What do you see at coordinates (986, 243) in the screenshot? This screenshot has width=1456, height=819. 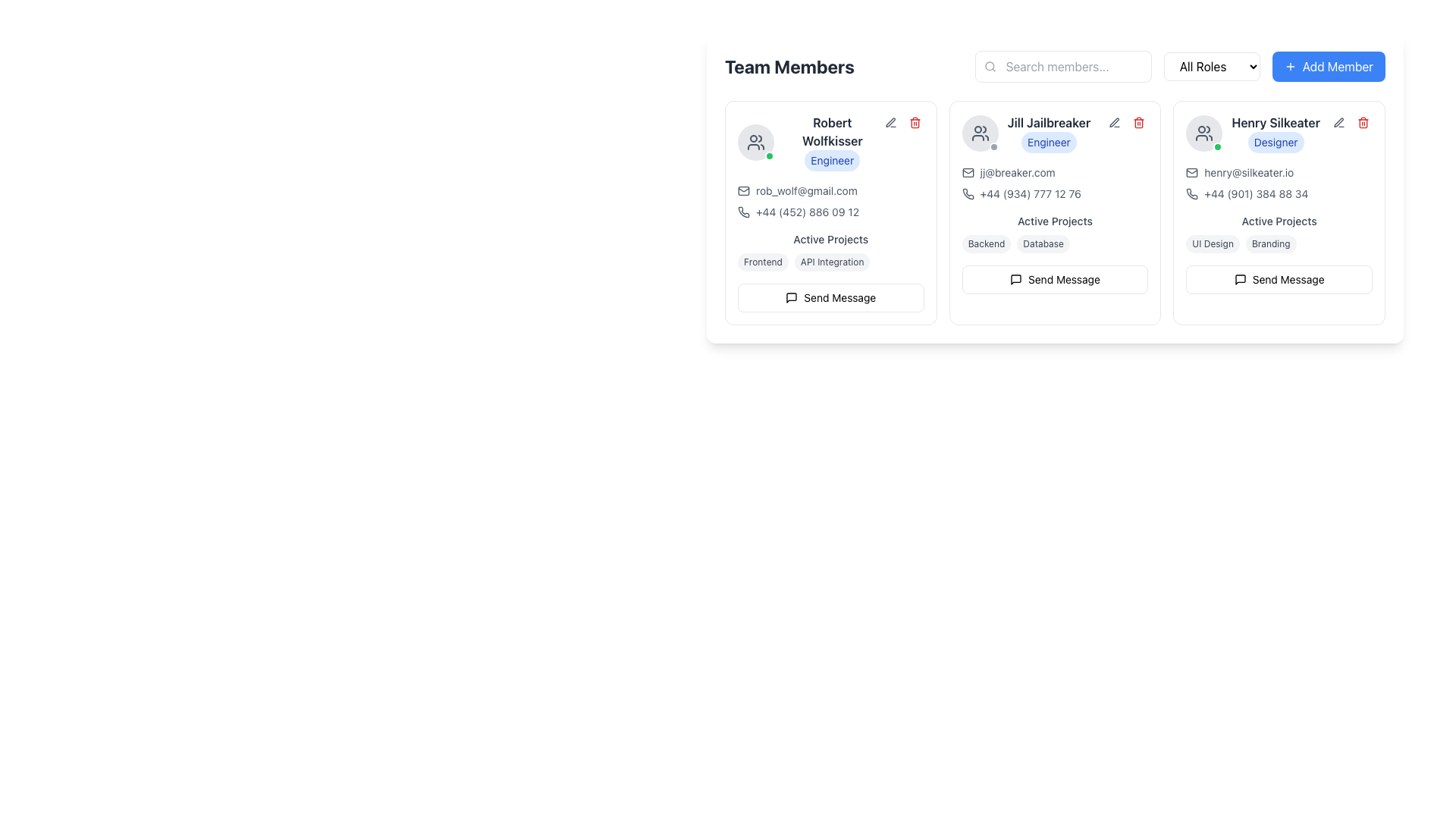 I see `the first badge in the horizontally arranged group of two badges within the 'Active Projects' section of the second card, which indicates involvement in 'Backend' projects` at bounding box center [986, 243].